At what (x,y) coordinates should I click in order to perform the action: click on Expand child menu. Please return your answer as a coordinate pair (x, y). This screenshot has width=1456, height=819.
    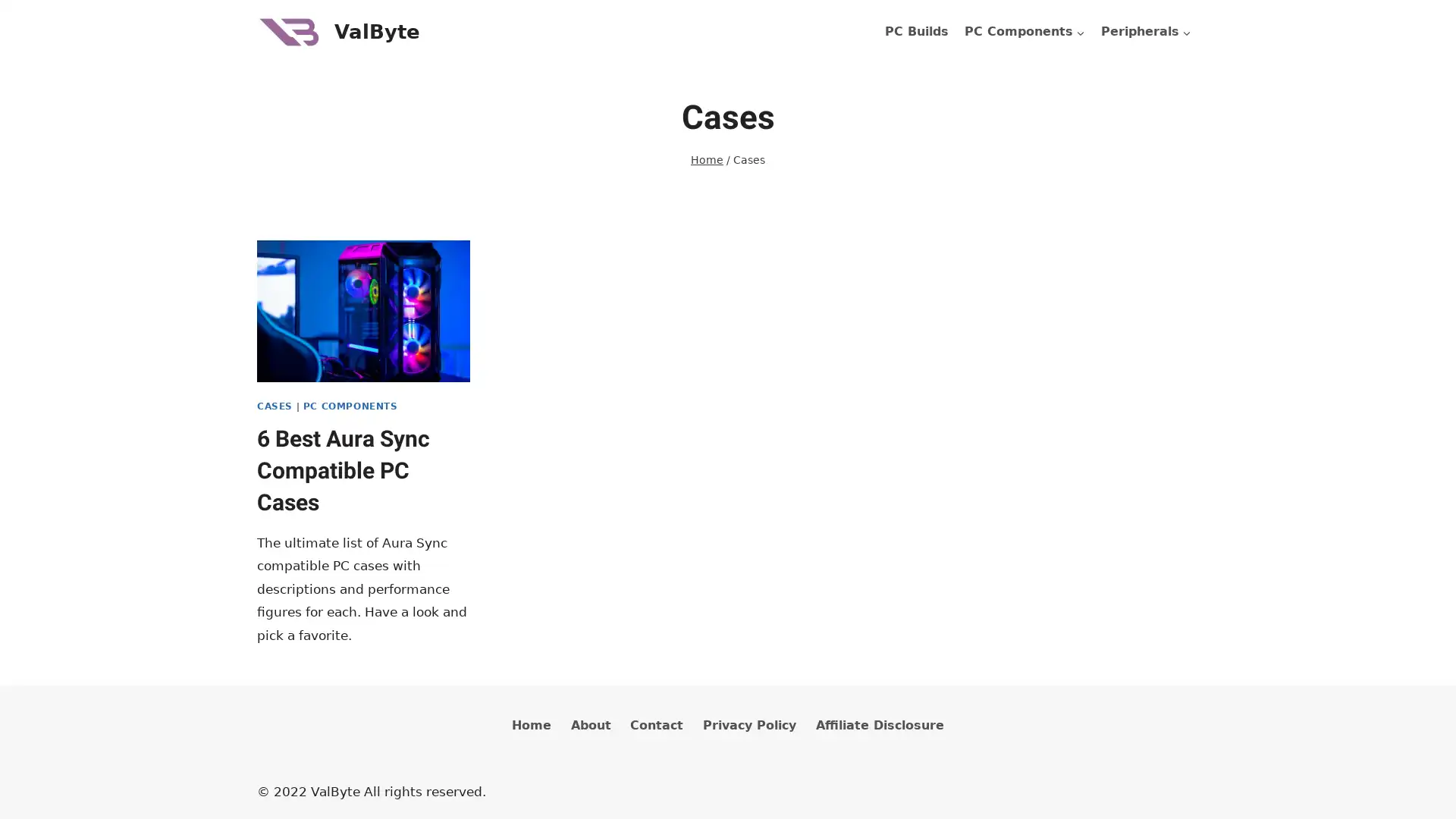
    Looking at the image, I should click on (1024, 32).